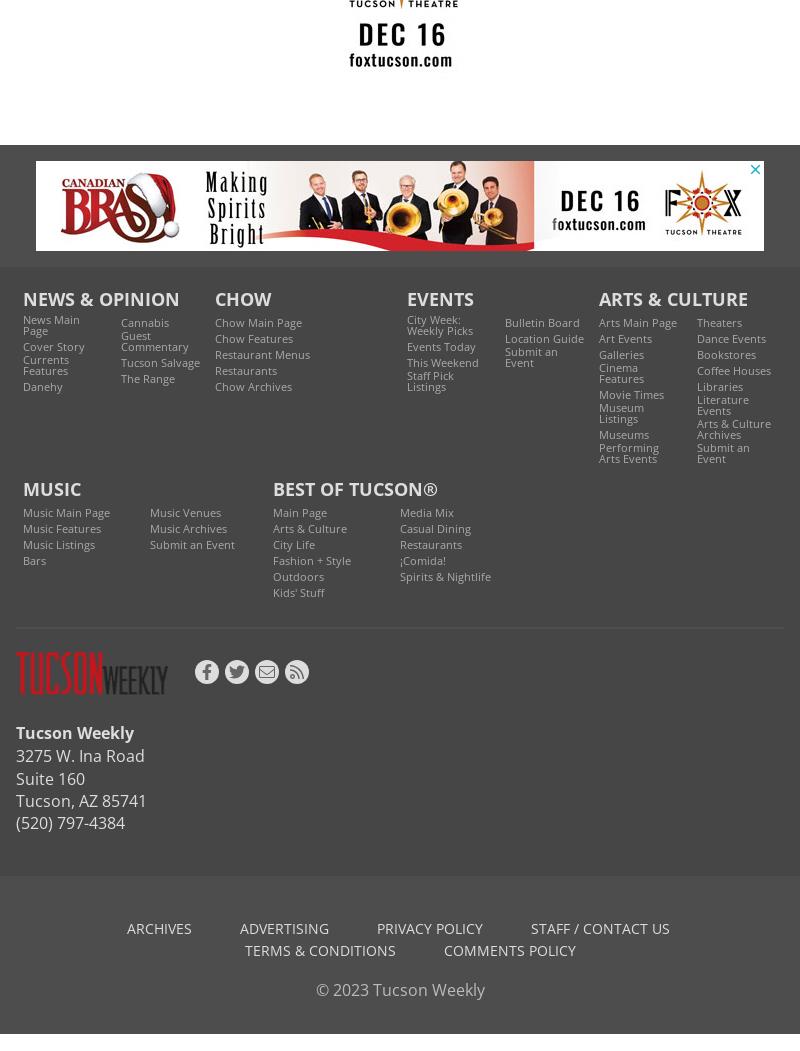 Image resolution: width=800 pixels, height=1051 pixels. I want to click on 'Galleries', so click(621, 354).